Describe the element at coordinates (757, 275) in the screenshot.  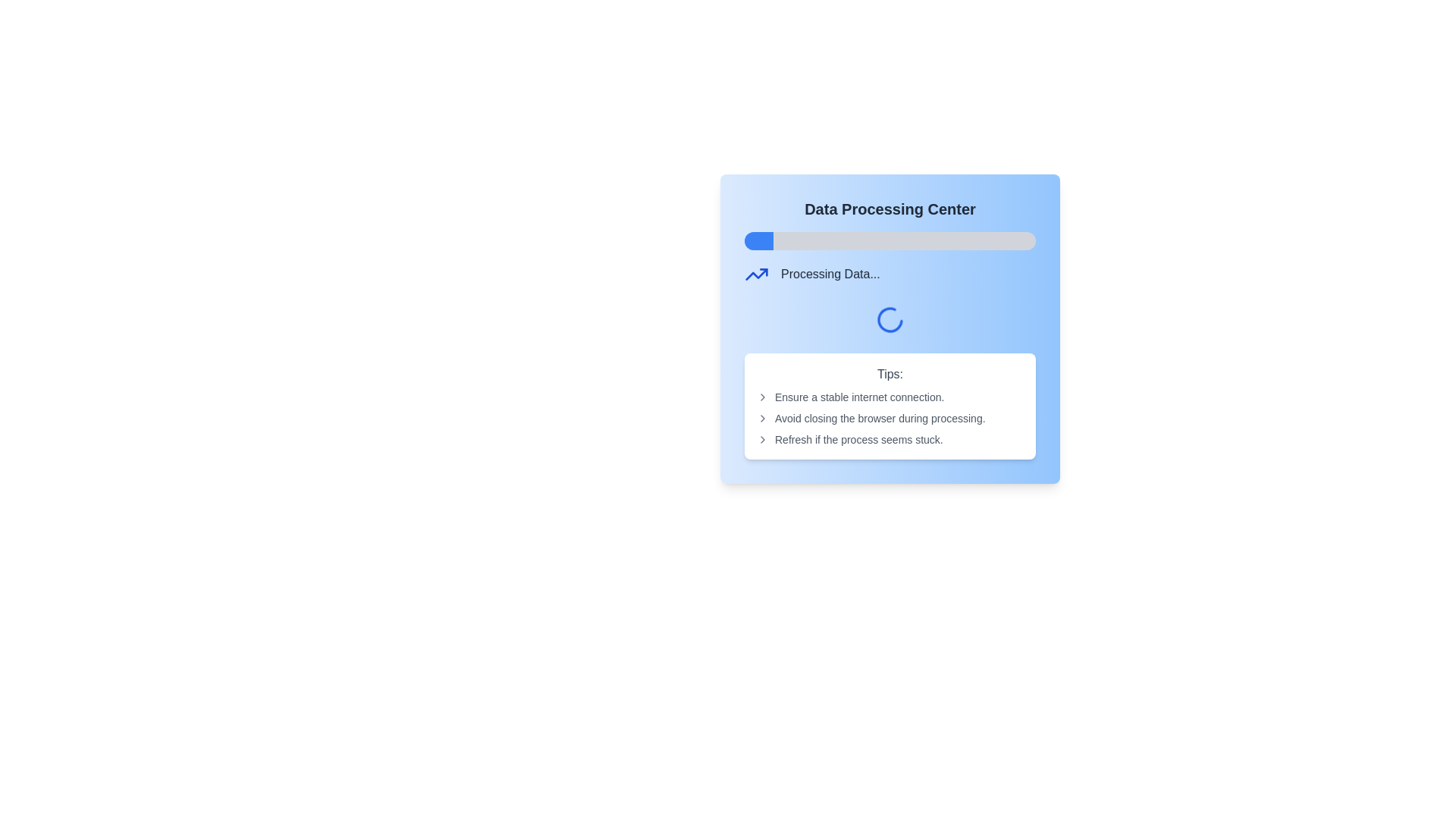
I see `the Icon component representing graphical data trends` at that location.